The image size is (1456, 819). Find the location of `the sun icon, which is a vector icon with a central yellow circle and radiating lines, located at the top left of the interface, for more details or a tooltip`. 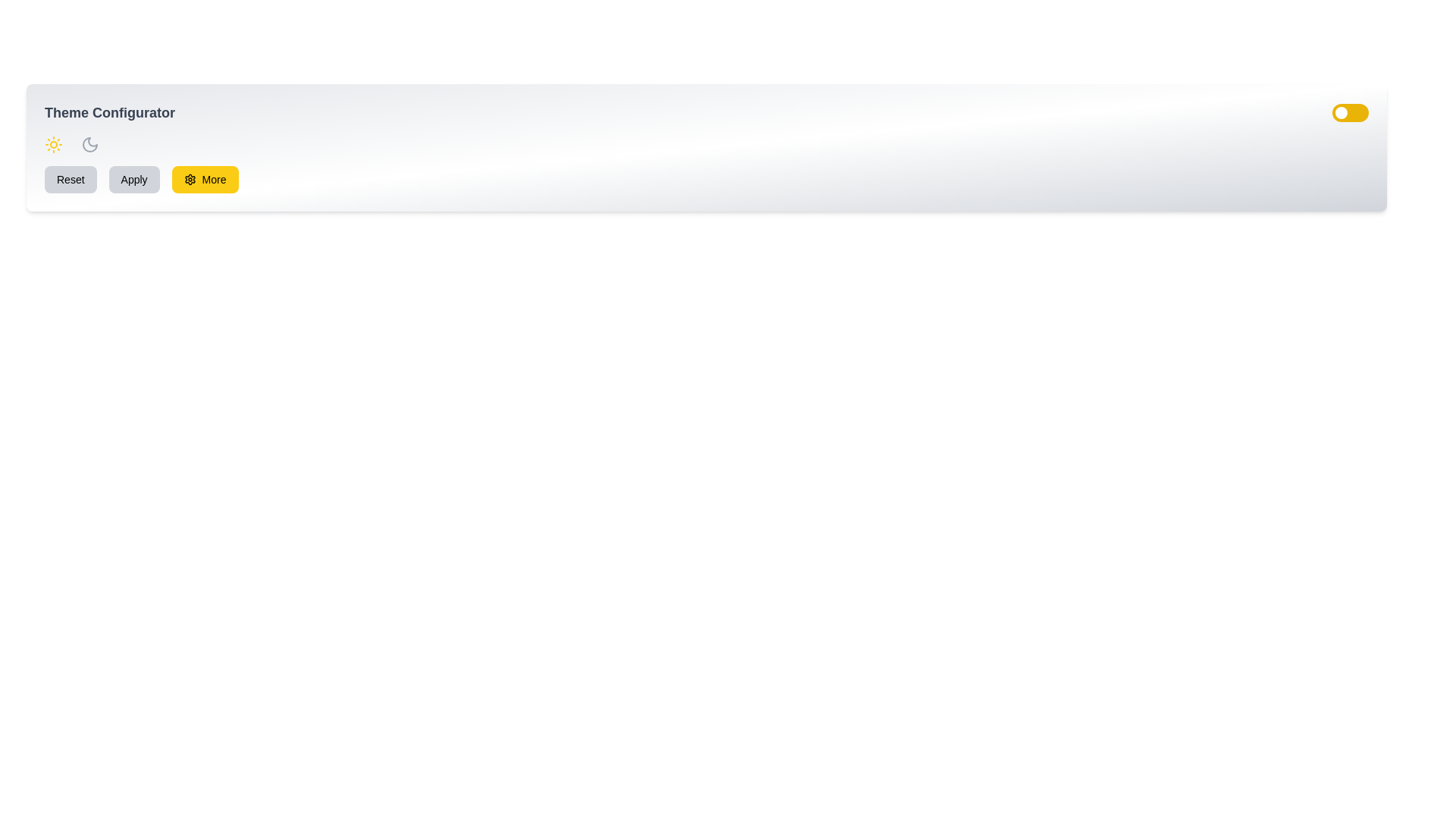

the sun icon, which is a vector icon with a central yellow circle and radiating lines, located at the top left of the interface, for more details or a tooltip is located at coordinates (54, 145).